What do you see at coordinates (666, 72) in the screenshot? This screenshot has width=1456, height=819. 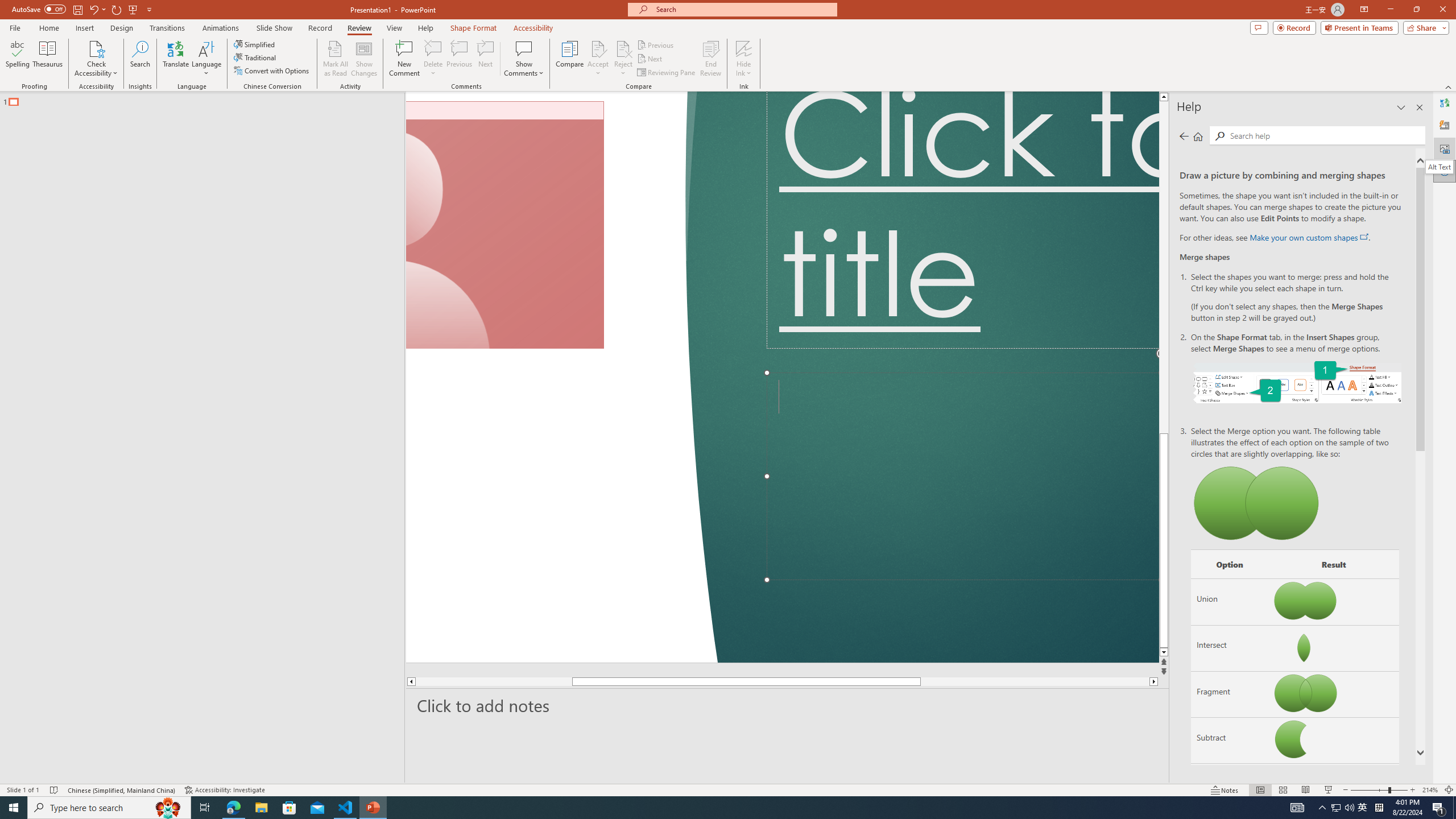 I see `'Reviewing Pane'` at bounding box center [666, 72].